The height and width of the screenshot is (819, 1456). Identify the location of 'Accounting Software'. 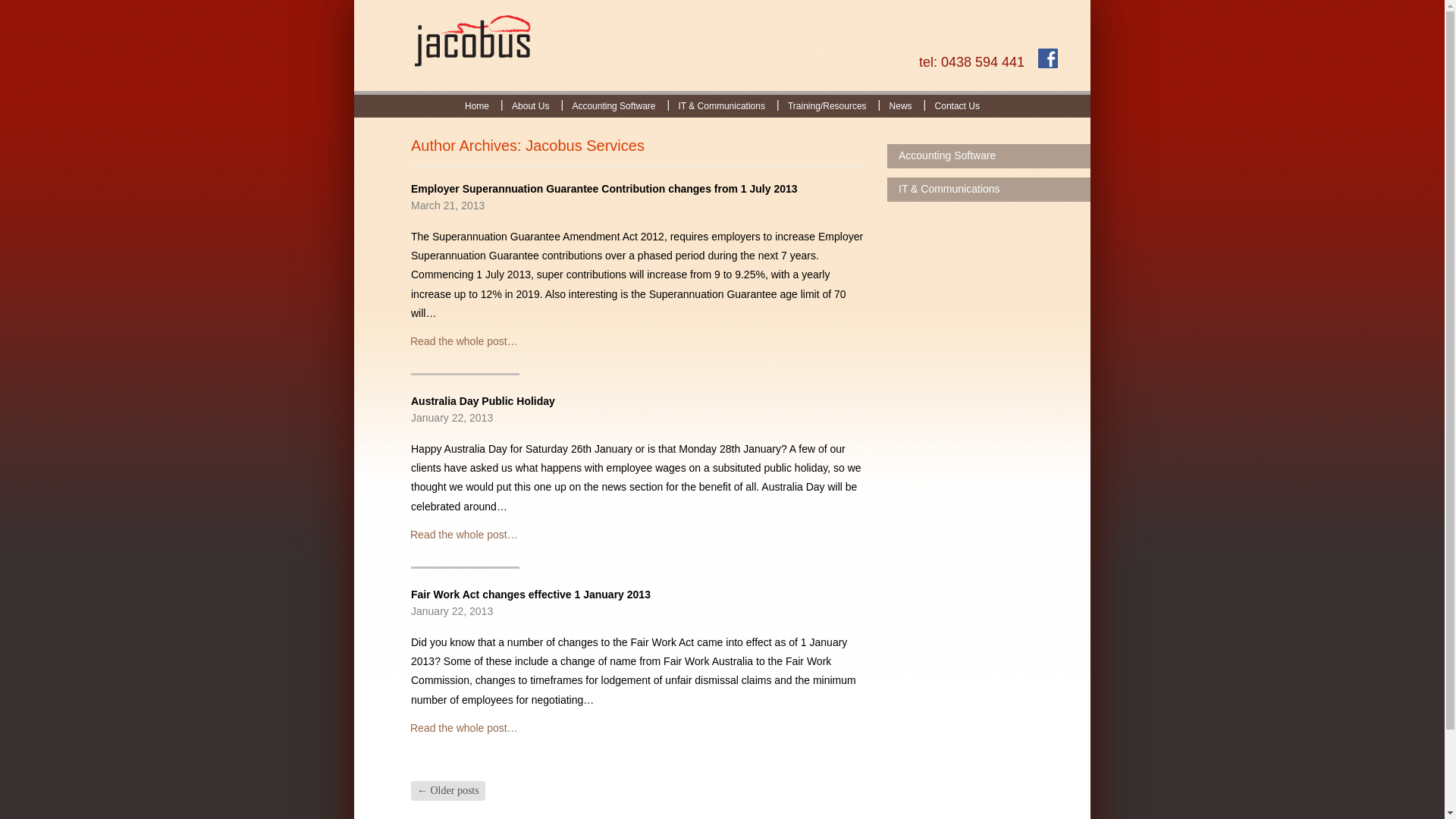
(989, 155).